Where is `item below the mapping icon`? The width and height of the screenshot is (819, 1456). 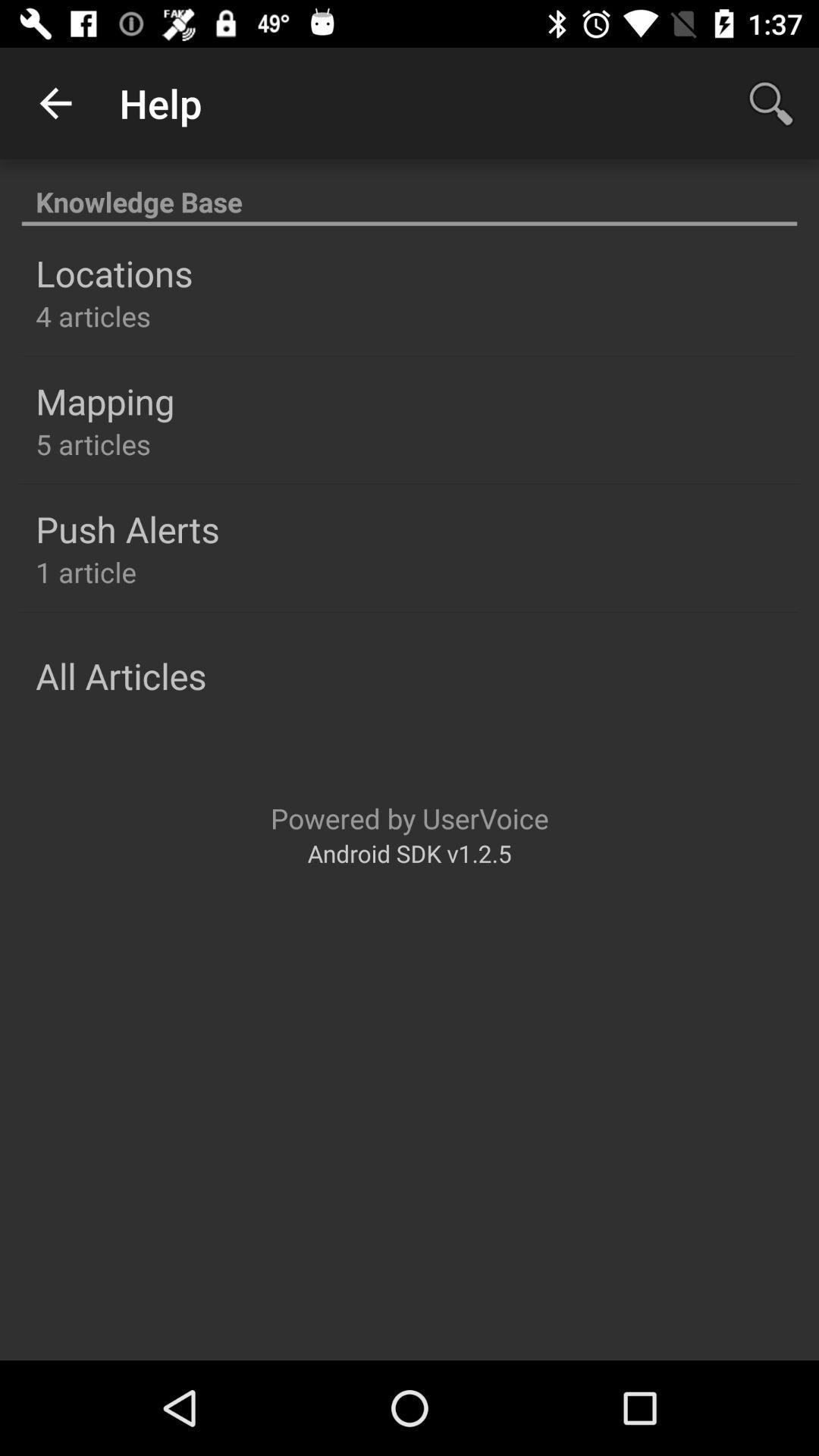
item below the mapping icon is located at coordinates (93, 443).